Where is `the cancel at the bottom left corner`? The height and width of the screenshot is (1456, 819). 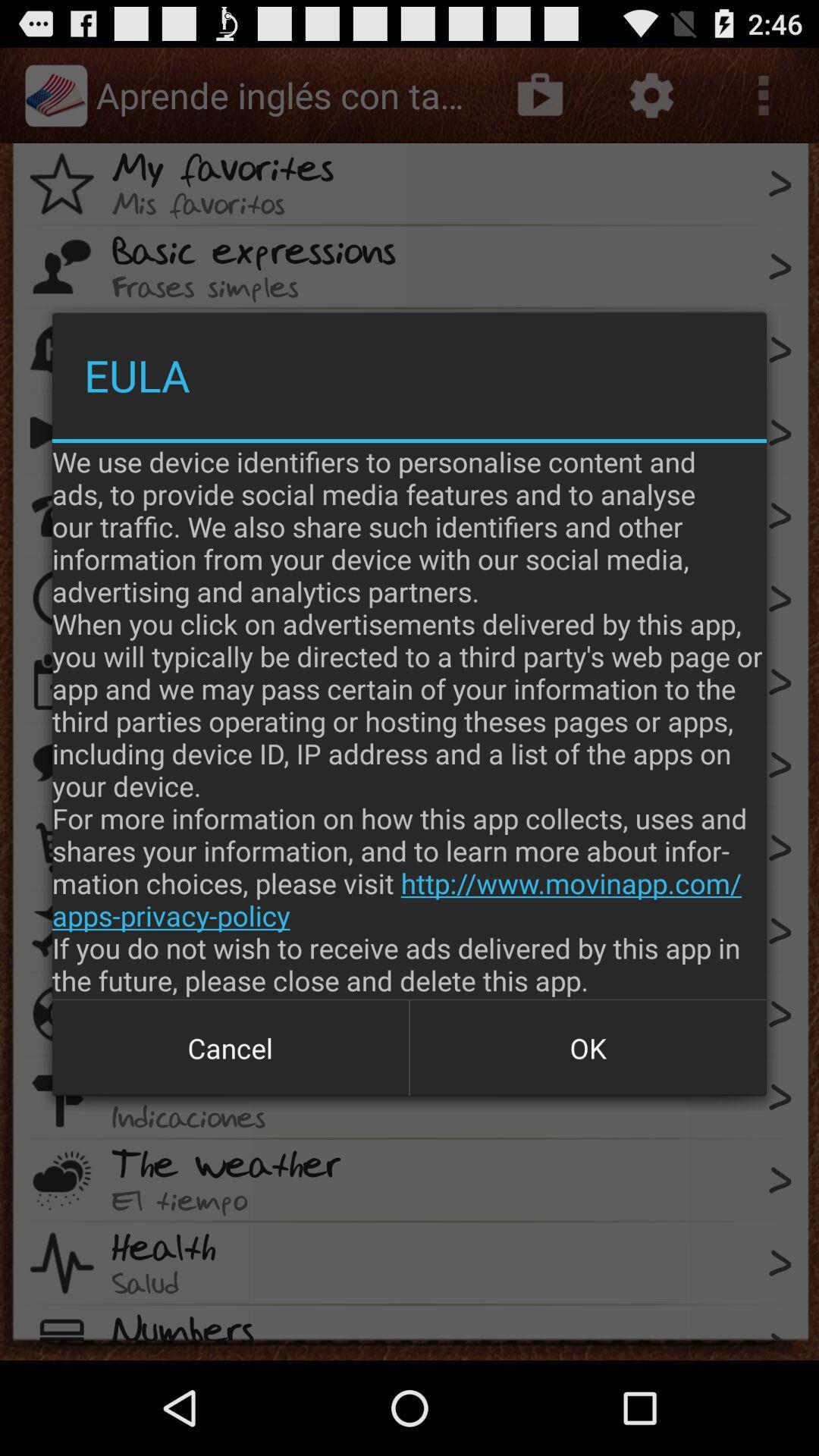
the cancel at the bottom left corner is located at coordinates (231, 1047).